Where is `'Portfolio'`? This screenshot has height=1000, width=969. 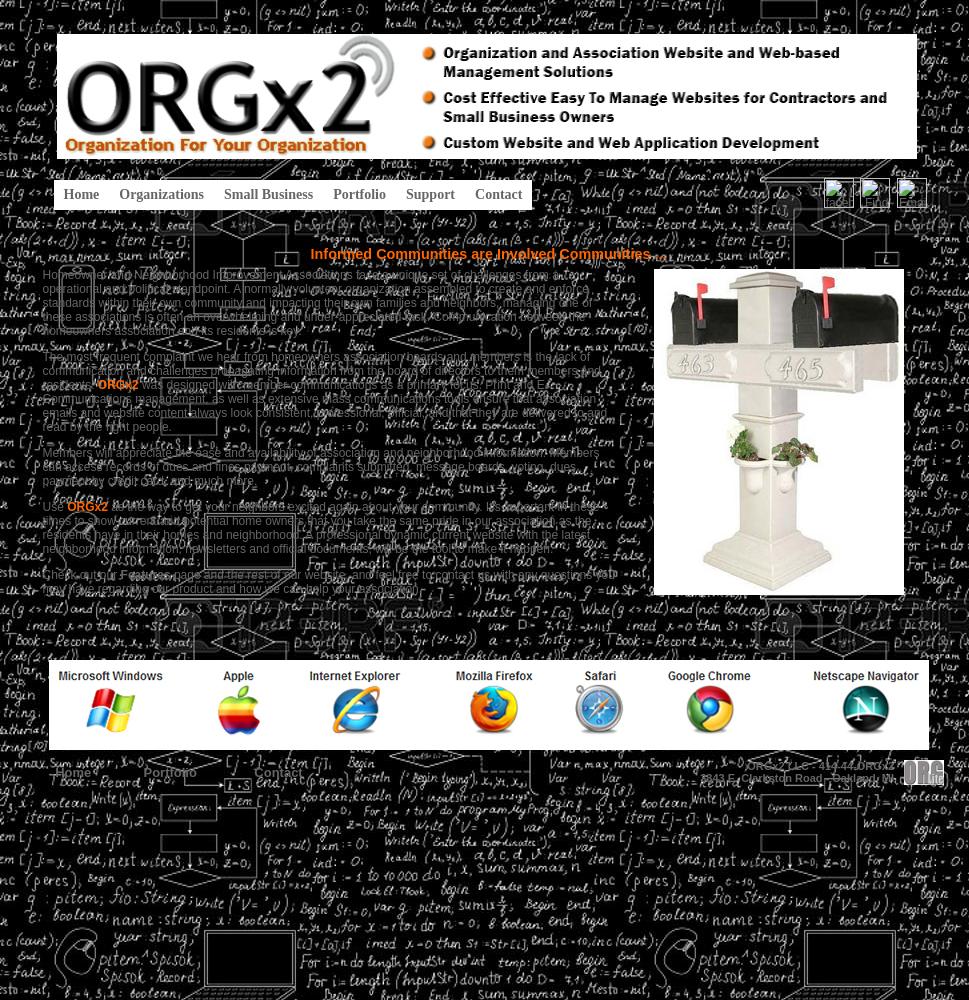
'Portfolio' is located at coordinates (168, 771).